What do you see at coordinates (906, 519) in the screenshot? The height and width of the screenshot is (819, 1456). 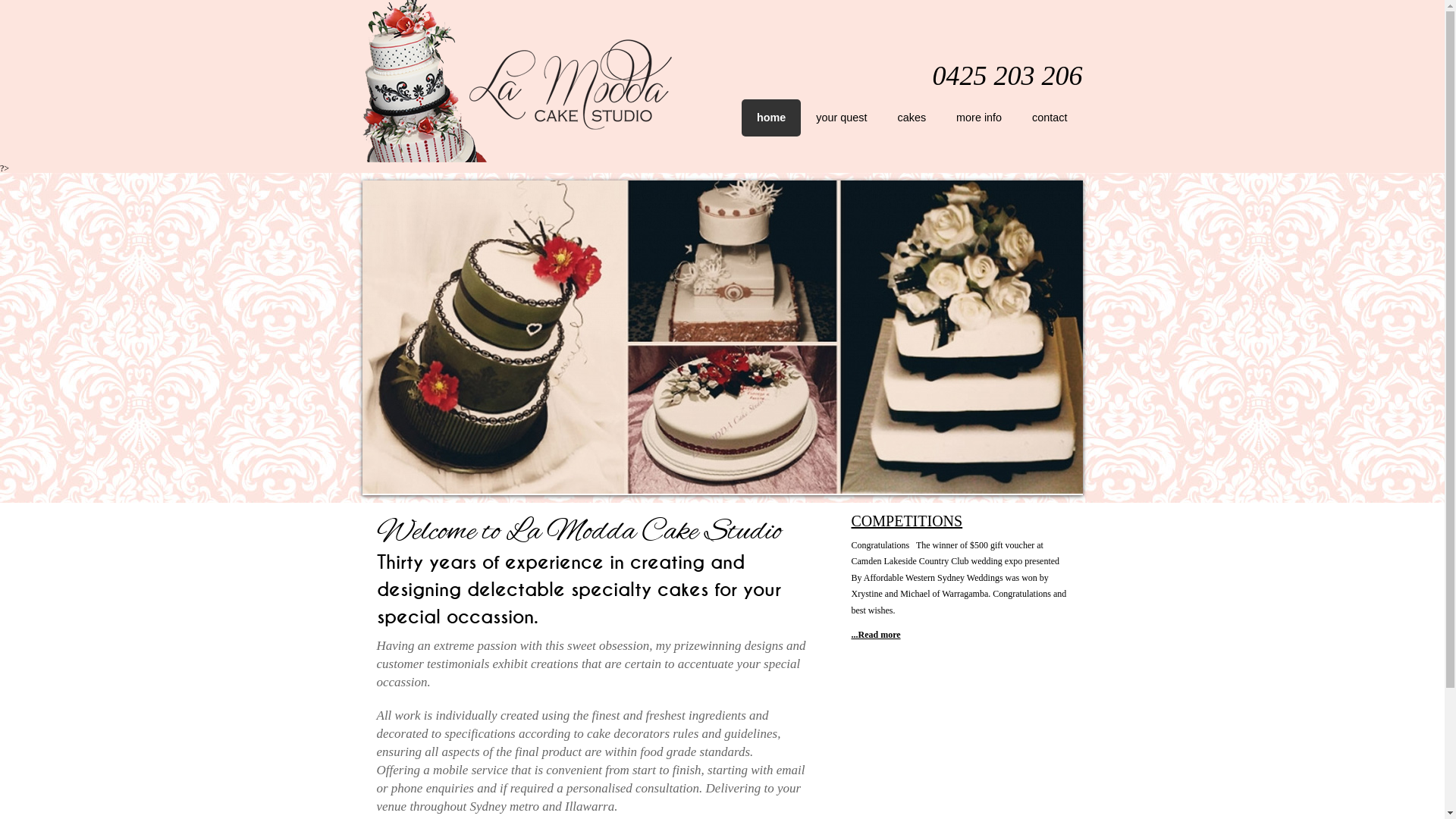 I see `'COMPETITIONS'` at bounding box center [906, 519].